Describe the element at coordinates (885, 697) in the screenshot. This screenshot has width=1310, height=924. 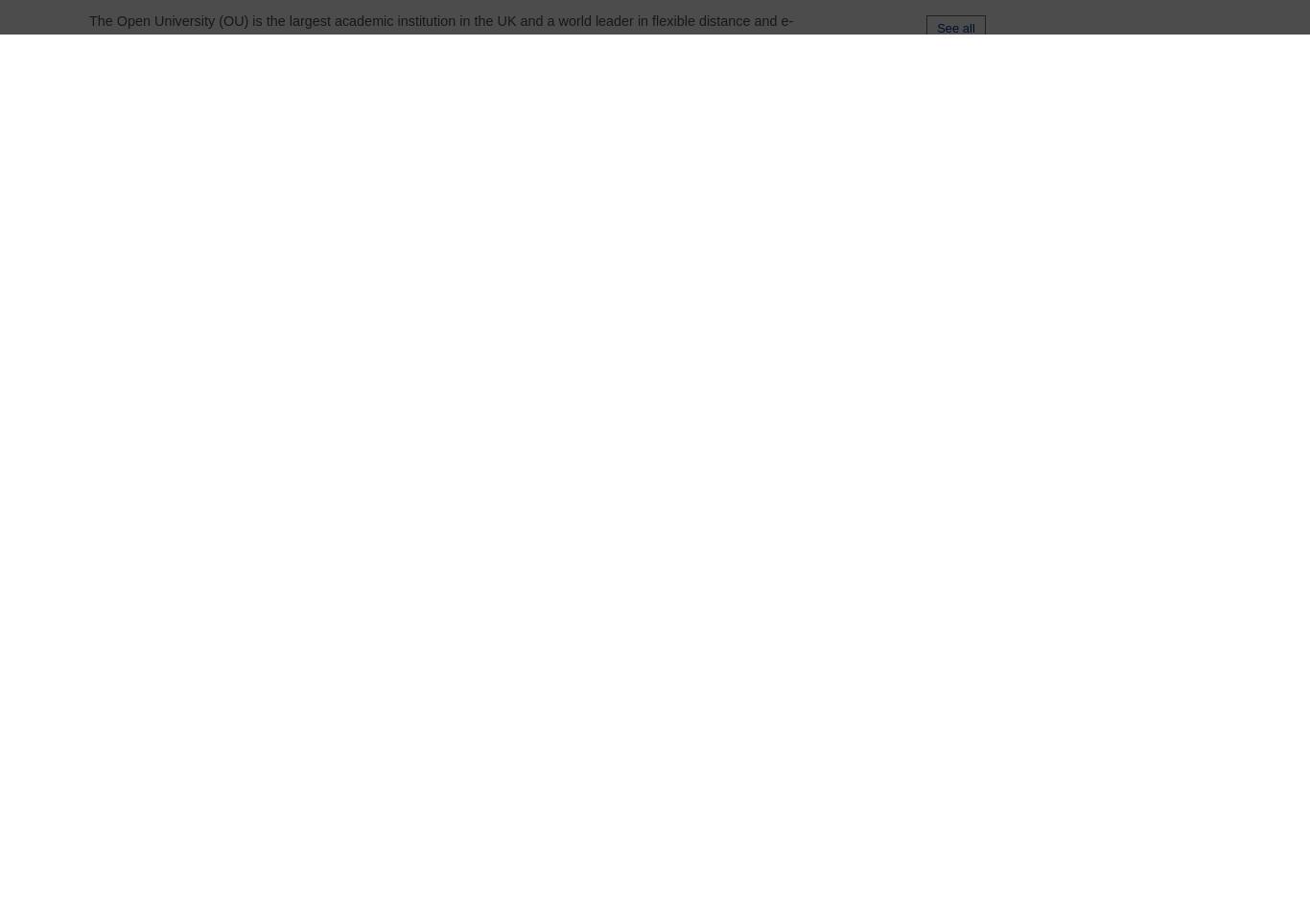
I see `'Masters in Mathematics (MSc)'` at that location.